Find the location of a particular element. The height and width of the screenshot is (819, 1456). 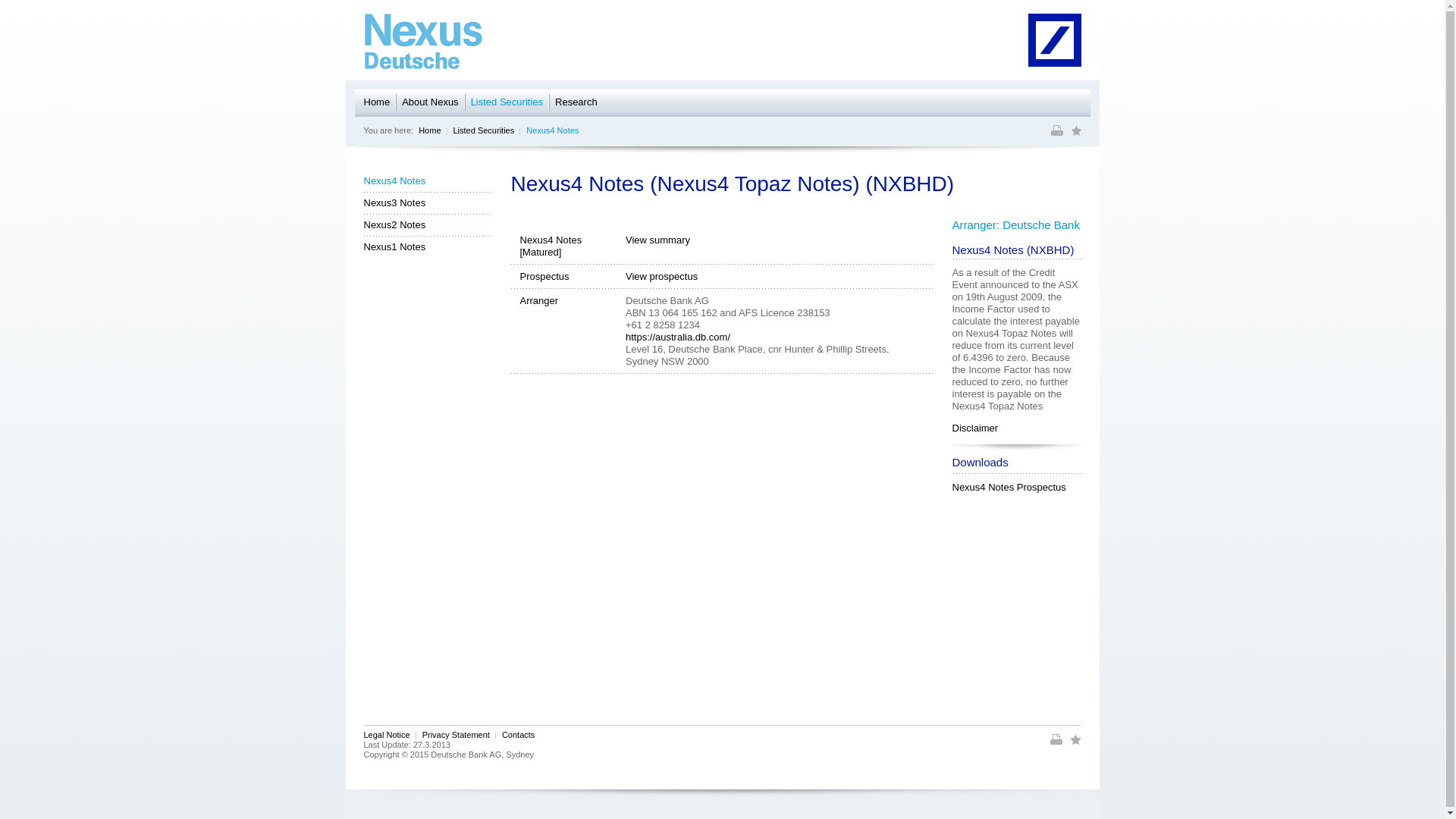

'About Nexus' is located at coordinates (401, 102).